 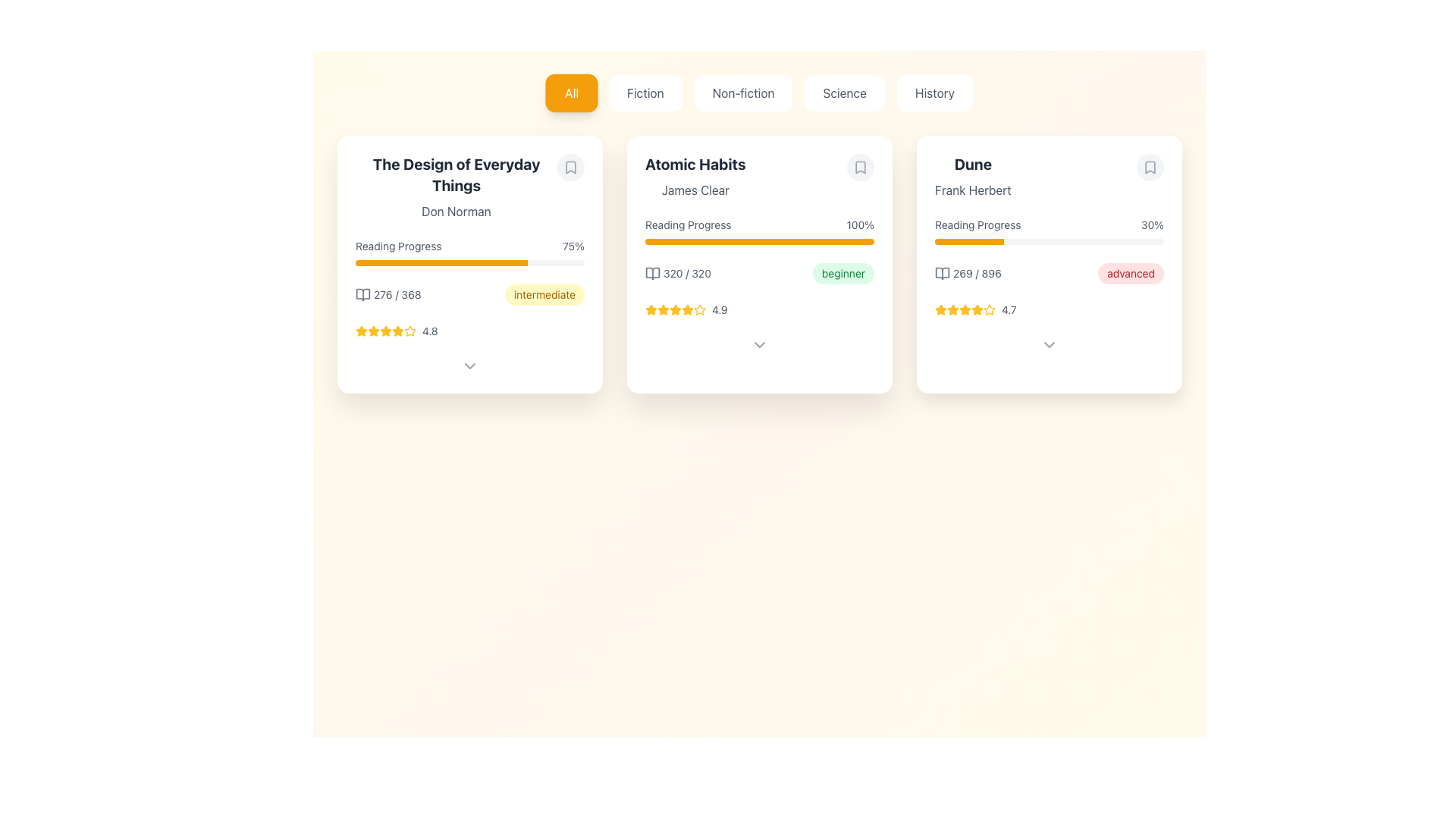 What do you see at coordinates (570, 167) in the screenshot?
I see `the Bookmark icon located in the top-right corner of the card for 'The Design of Everyday Things'` at bounding box center [570, 167].